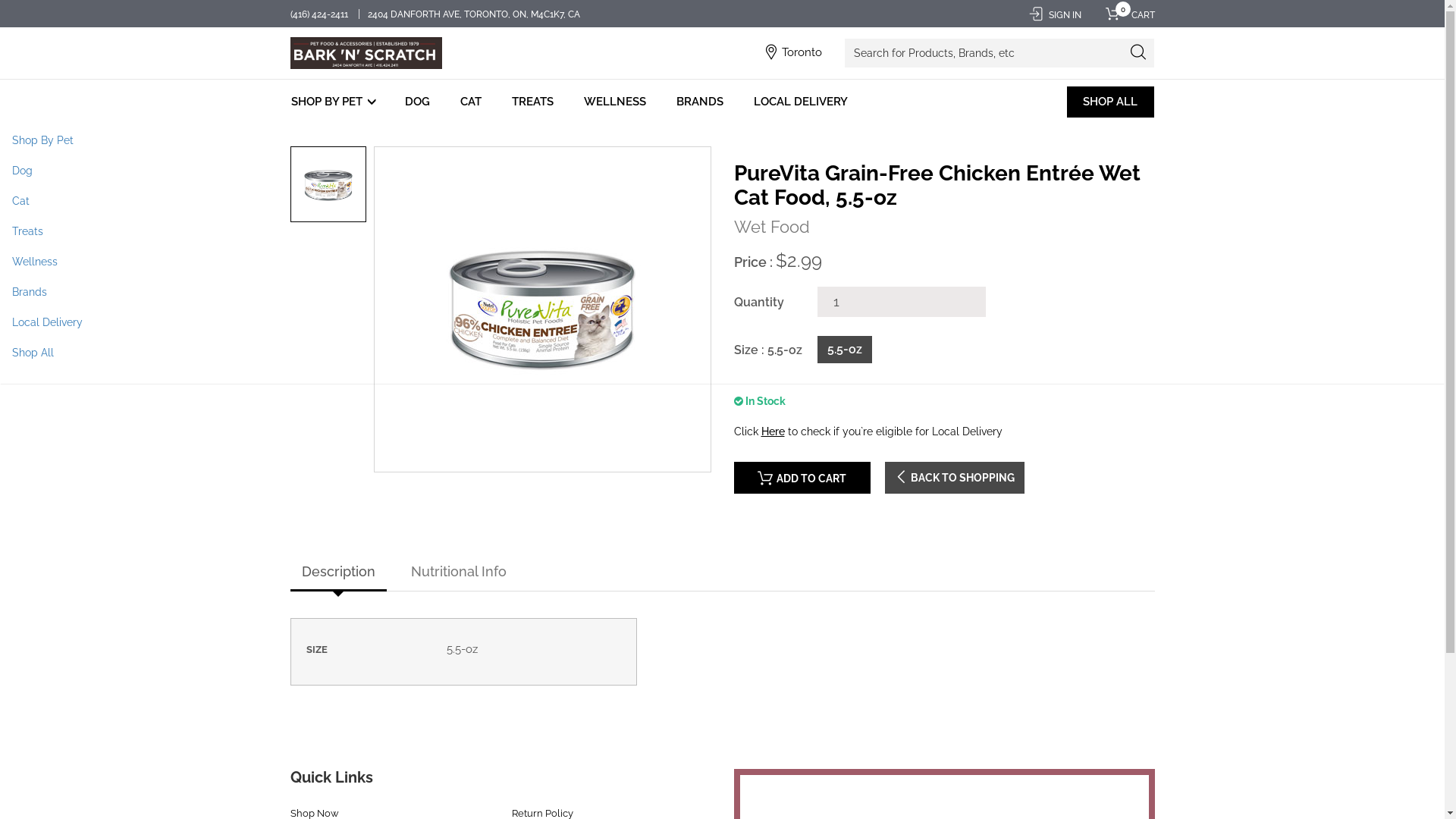  What do you see at coordinates (0, 140) in the screenshot?
I see `'Shop By Pet'` at bounding box center [0, 140].